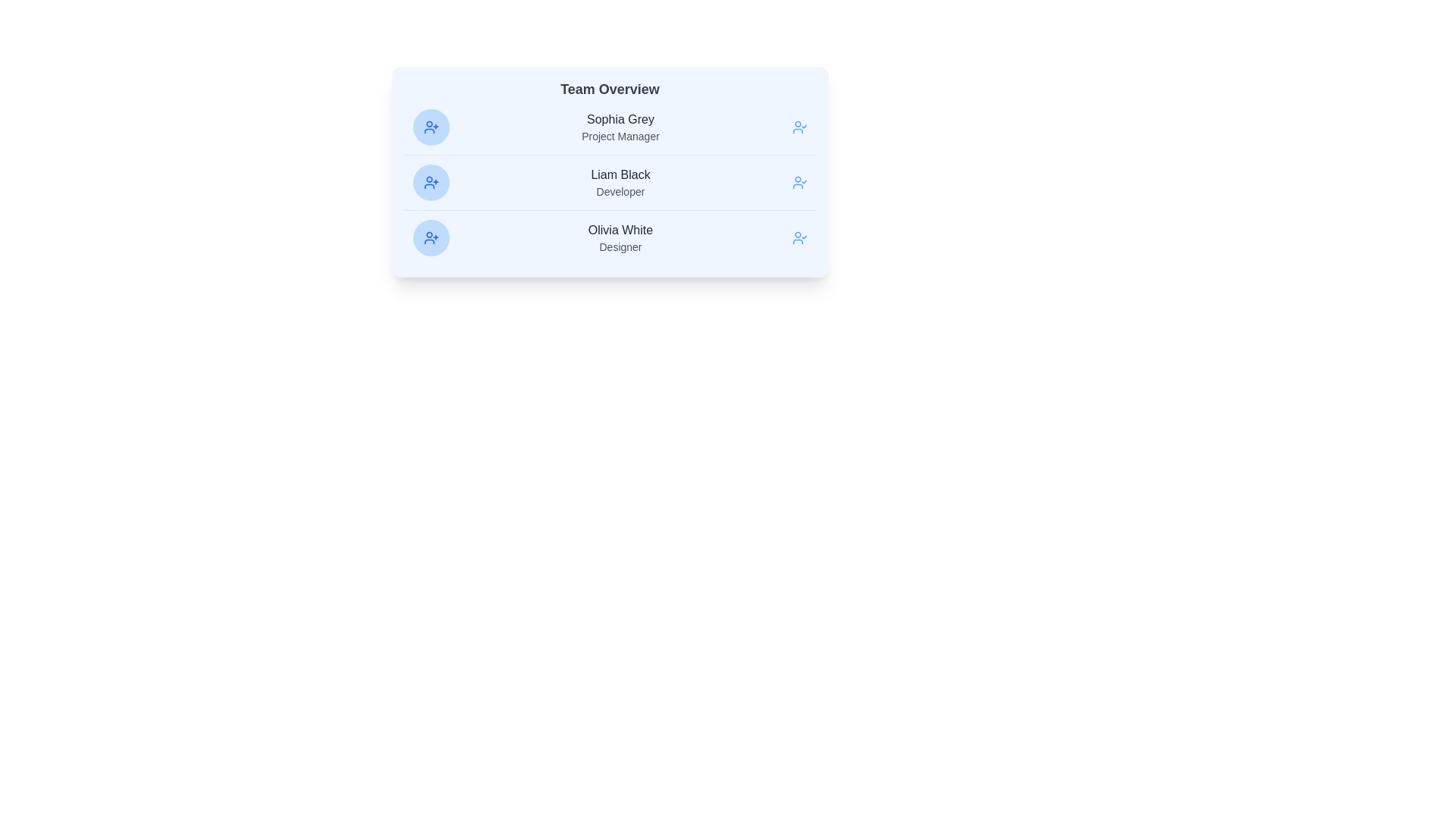  Describe the element at coordinates (430, 127) in the screenshot. I see `the user icon with a plus sign, styled in blue outline on a light blue circular background, located in the top-left corner of the 'Team Overview' card` at that location.